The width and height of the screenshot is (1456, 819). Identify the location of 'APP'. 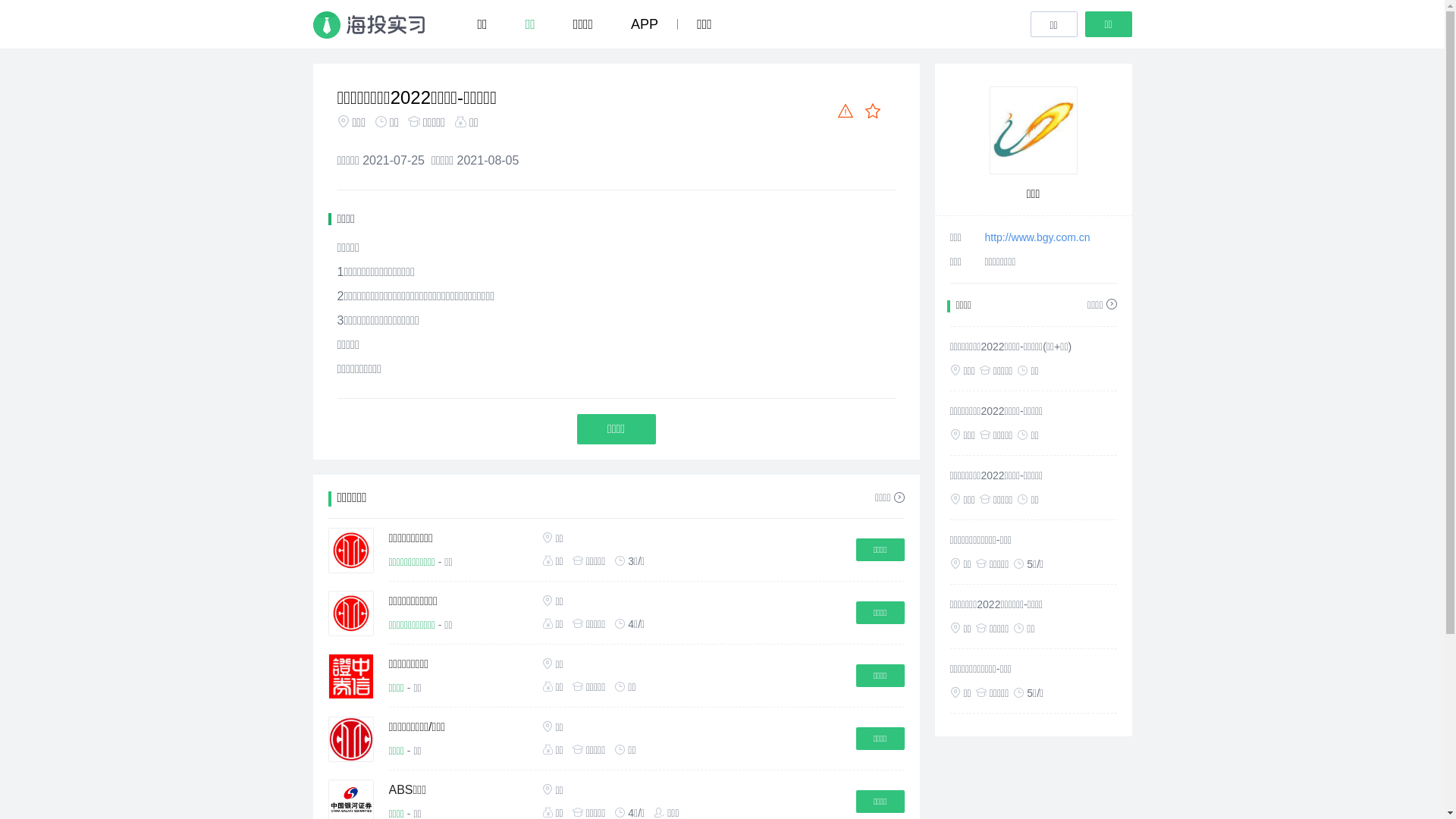
(654, 24).